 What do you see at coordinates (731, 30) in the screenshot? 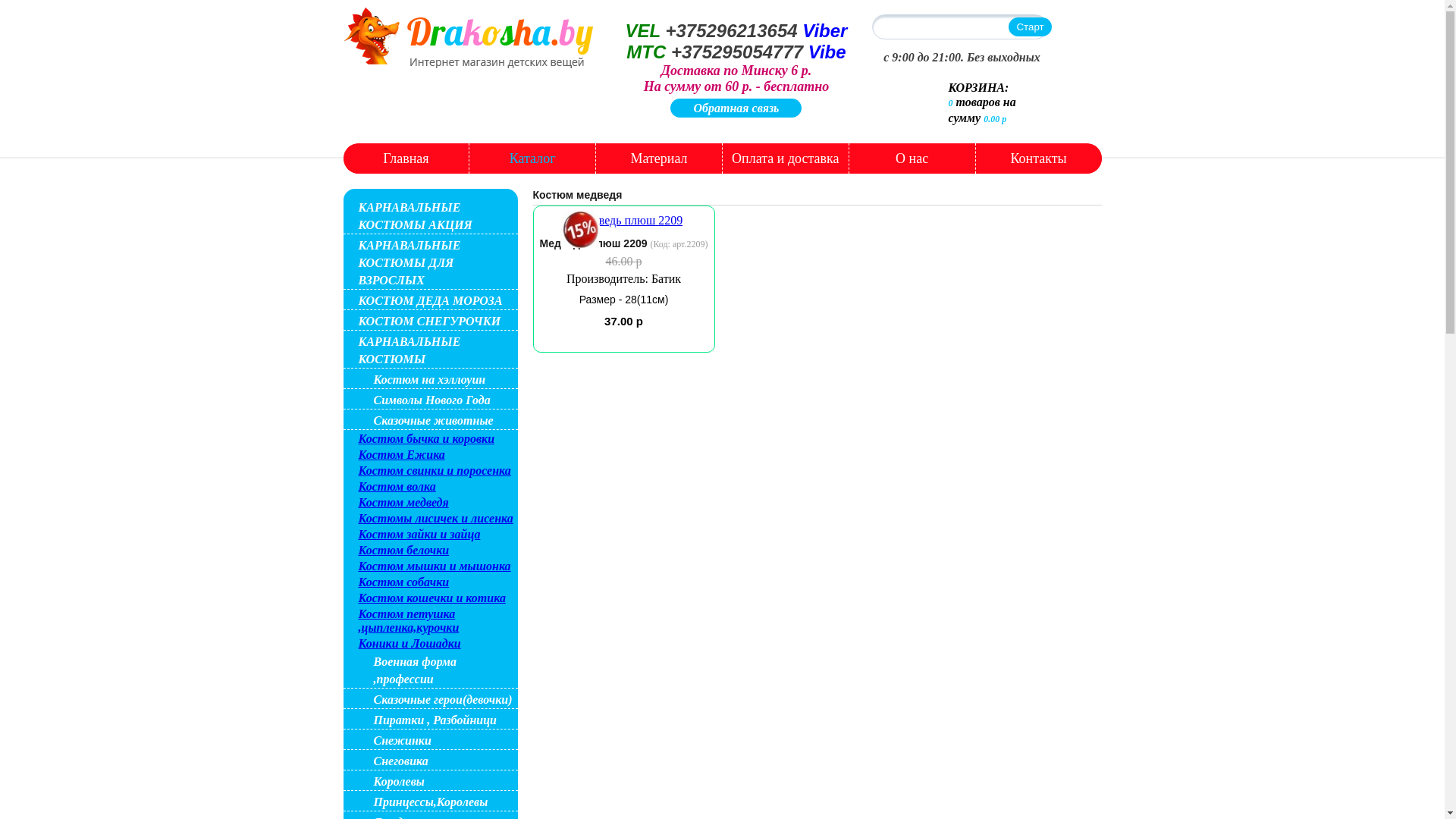
I see `'+375296213654'` at bounding box center [731, 30].